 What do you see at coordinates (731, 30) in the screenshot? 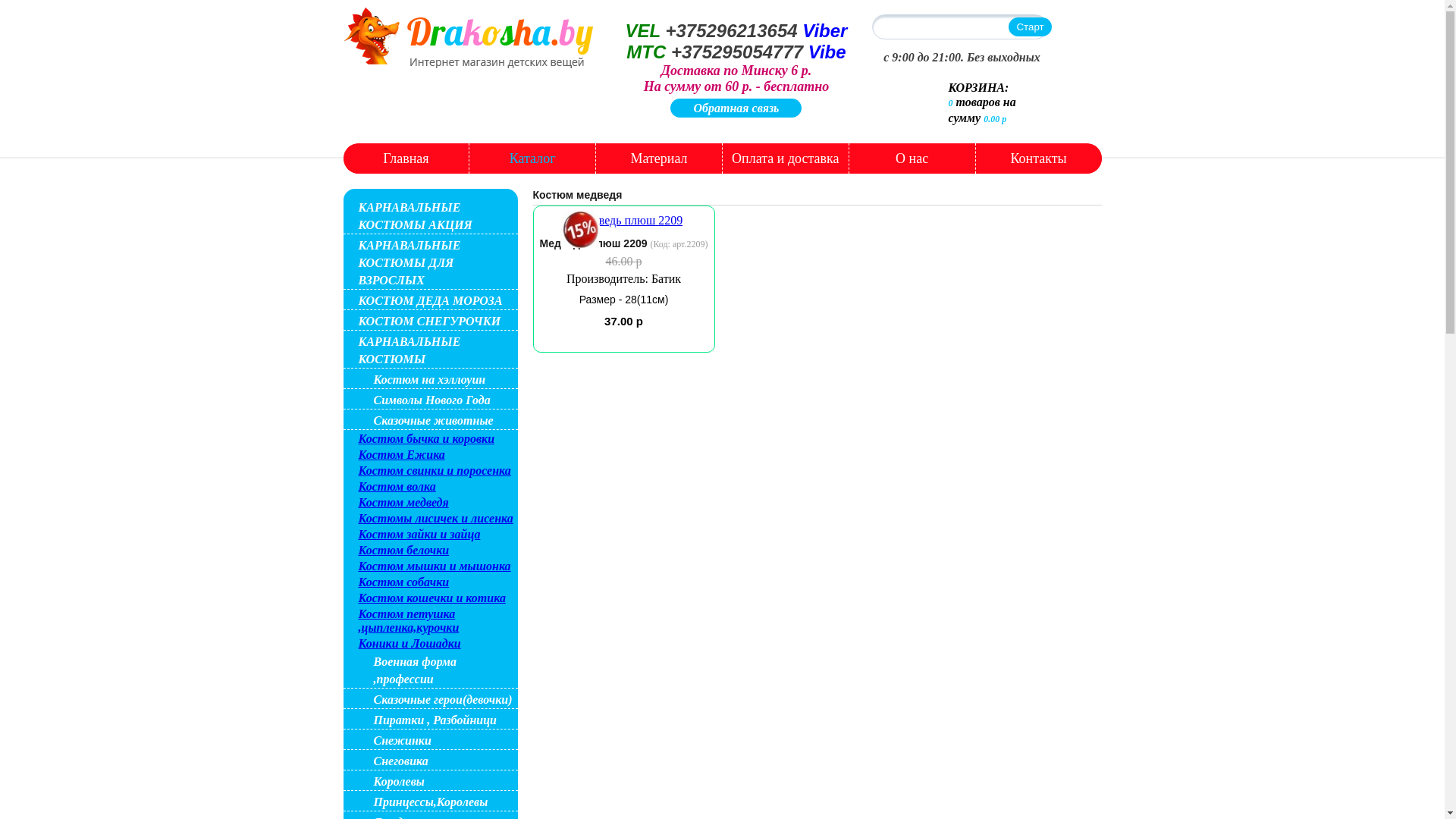
I see `'+375296213654'` at bounding box center [731, 30].